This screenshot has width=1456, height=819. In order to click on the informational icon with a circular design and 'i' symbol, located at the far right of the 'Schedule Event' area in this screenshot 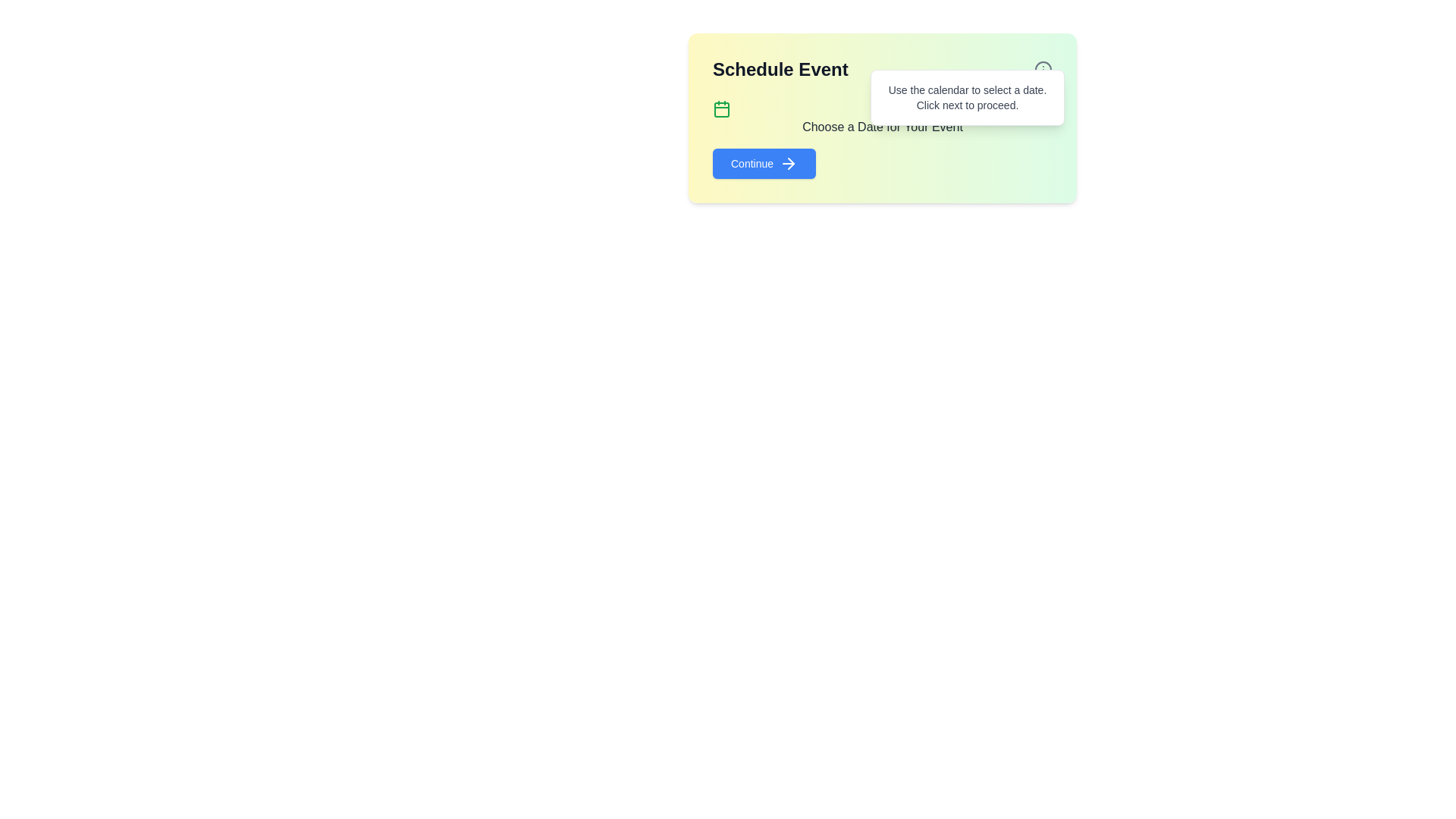, I will do `click(1043, 70)`.